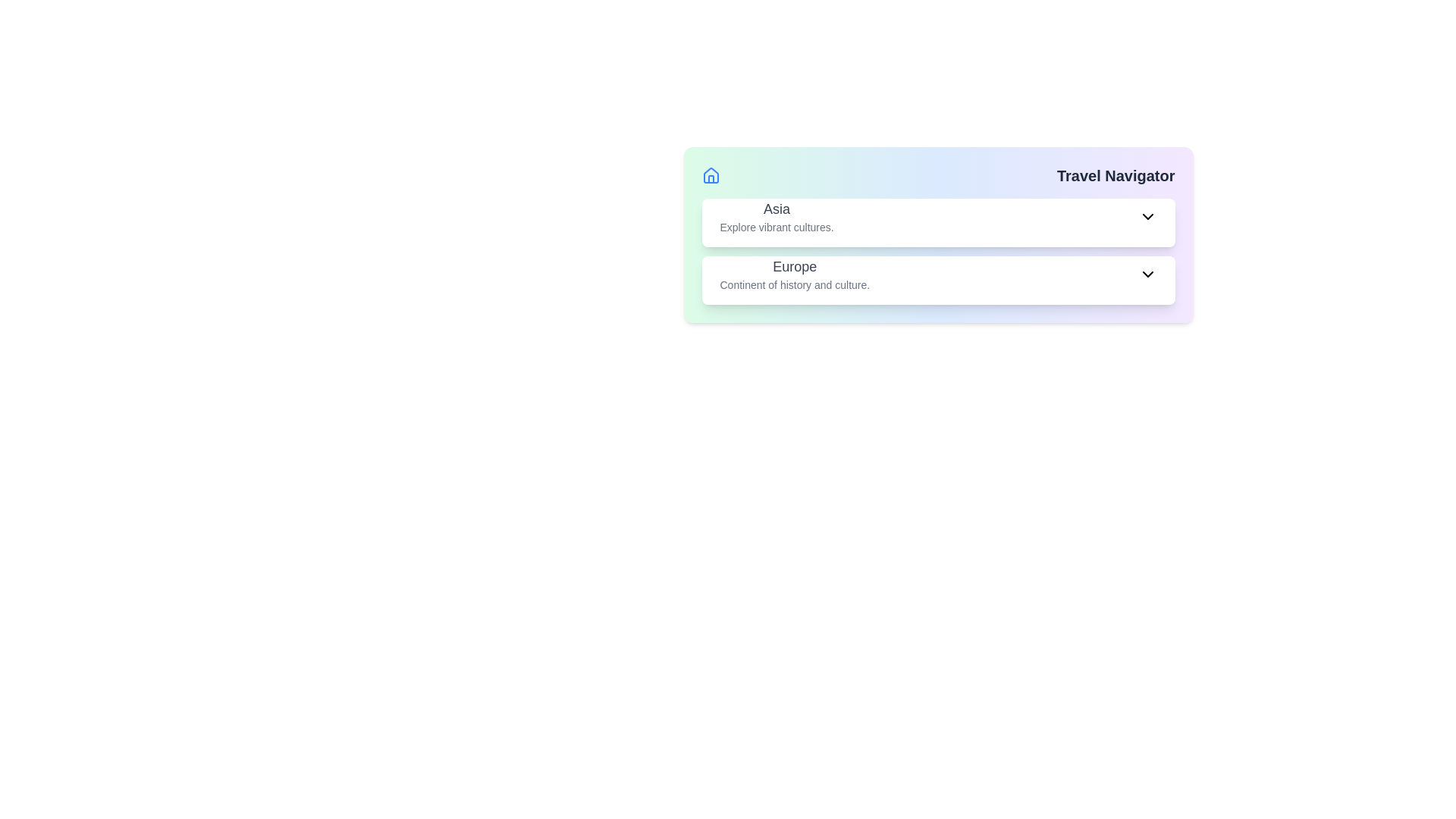 The height and width of the screenshot is (819, 1456). Describe the element at coordinates (777, 216) in the screenshot. I see `the Text Display element that serves as a title and subtitle for the 'Asia' section, which is positioned at the top left corner of the first card in a vertical list` at that location.